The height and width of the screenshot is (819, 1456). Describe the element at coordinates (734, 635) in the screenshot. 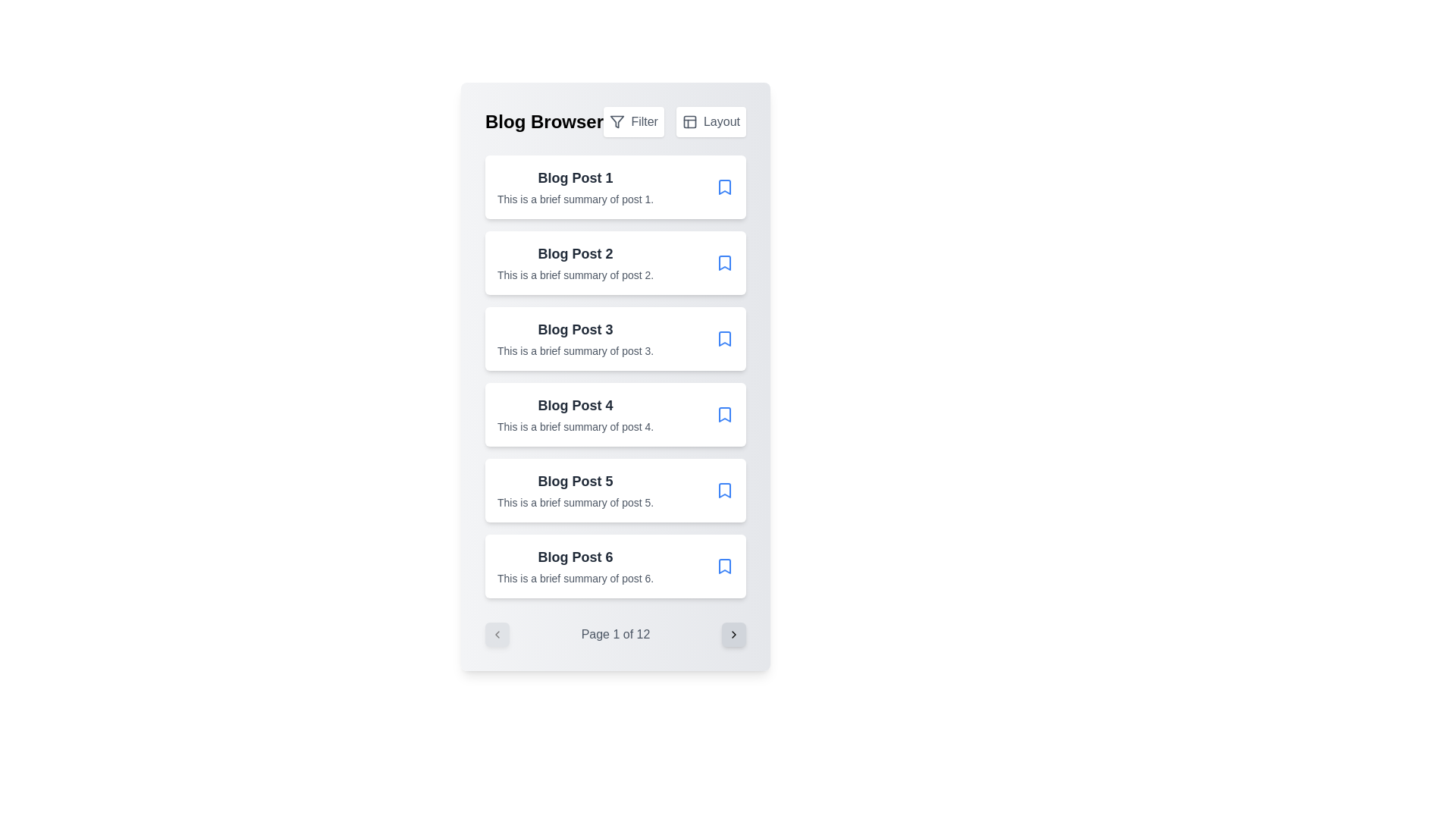

I see `the right-facing chevron icon within the rounded rectangular button for accessibility` at that location.